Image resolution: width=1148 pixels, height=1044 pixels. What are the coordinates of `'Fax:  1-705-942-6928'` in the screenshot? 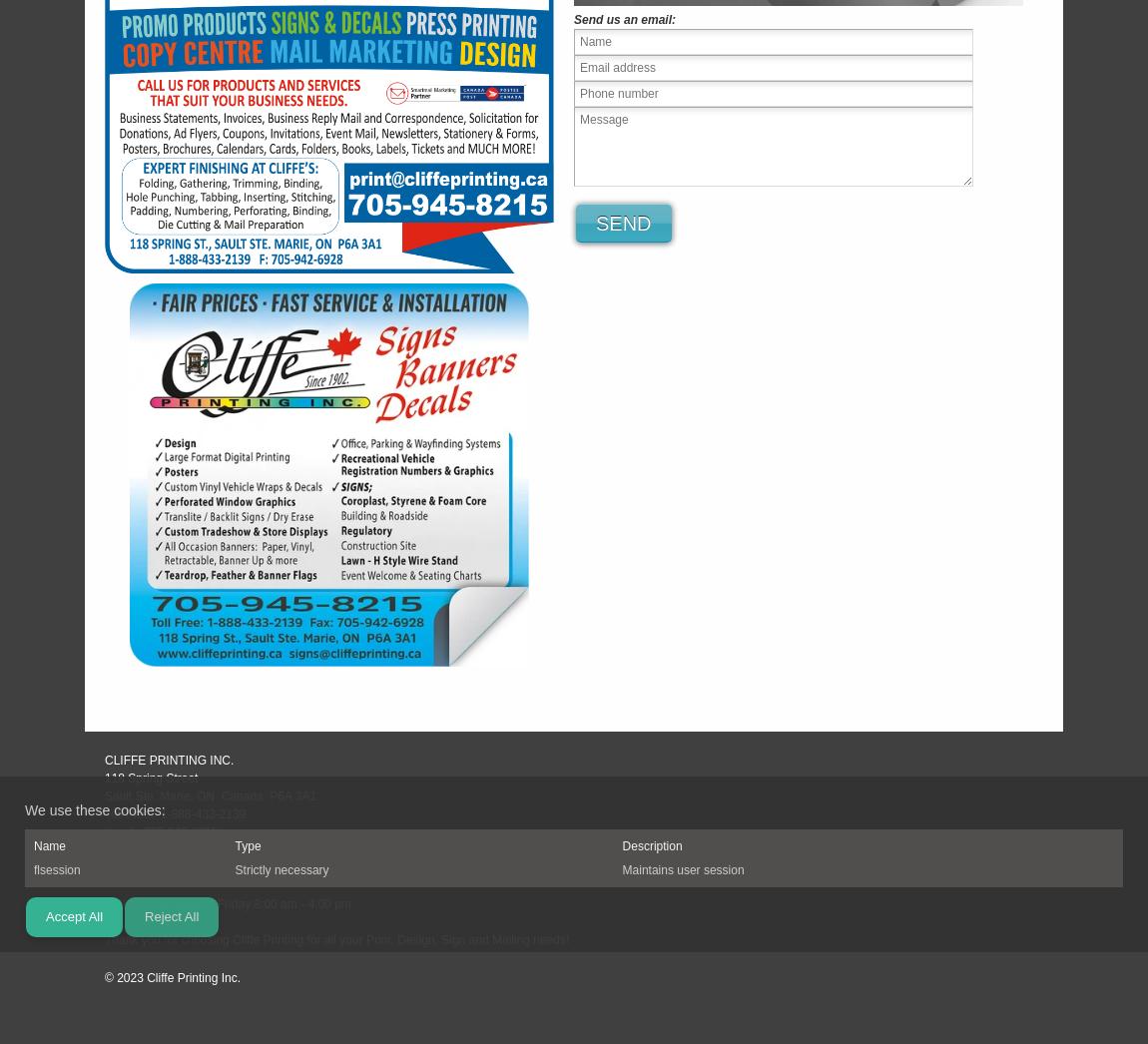 It's located at (161, 848).